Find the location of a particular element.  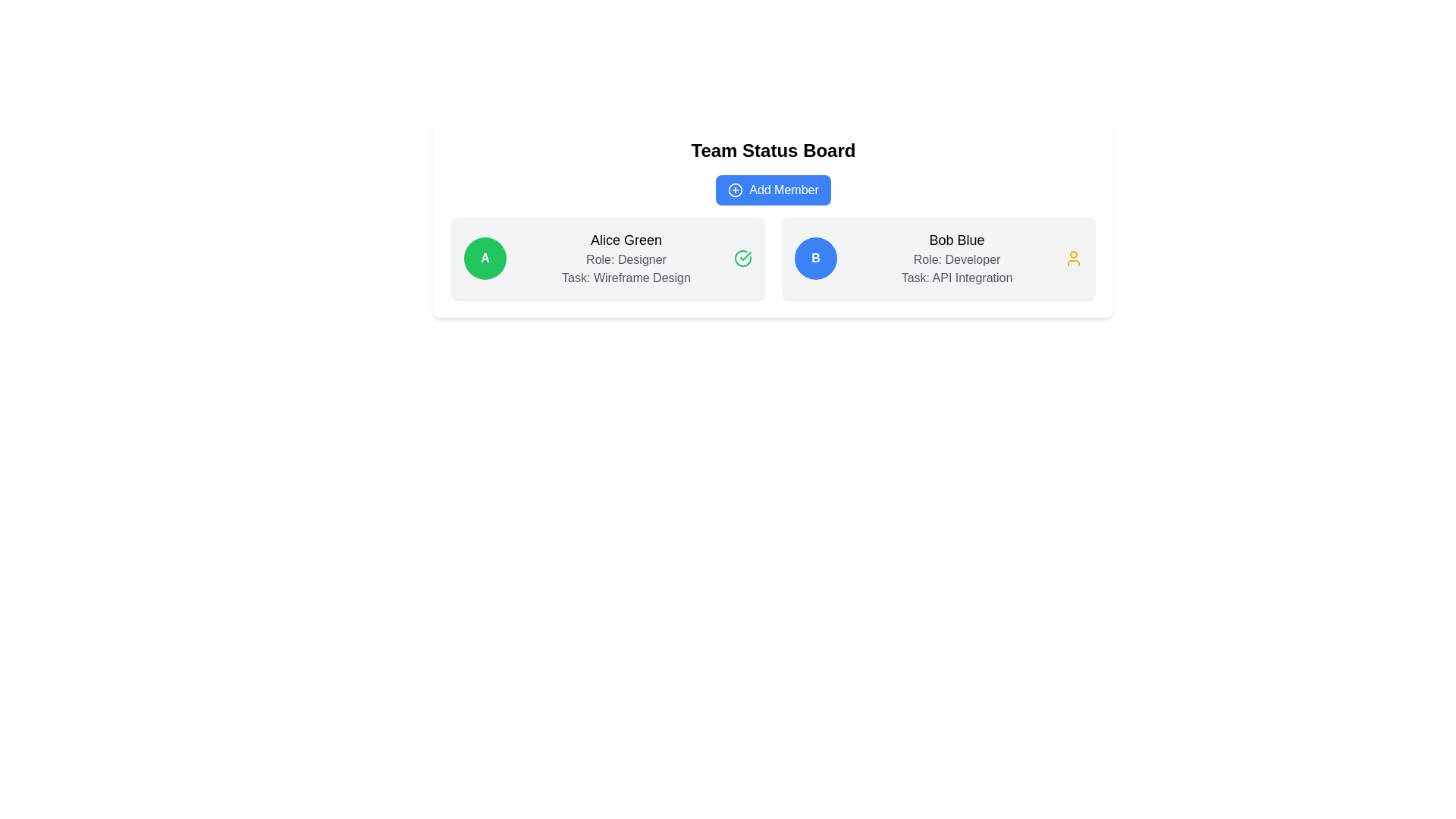

the text element that reads 'Task: API Integration', which is styled in gray and located under the user 'Bob Blue' and above the user's role 'Developer' is located at coordinates (956, 278).